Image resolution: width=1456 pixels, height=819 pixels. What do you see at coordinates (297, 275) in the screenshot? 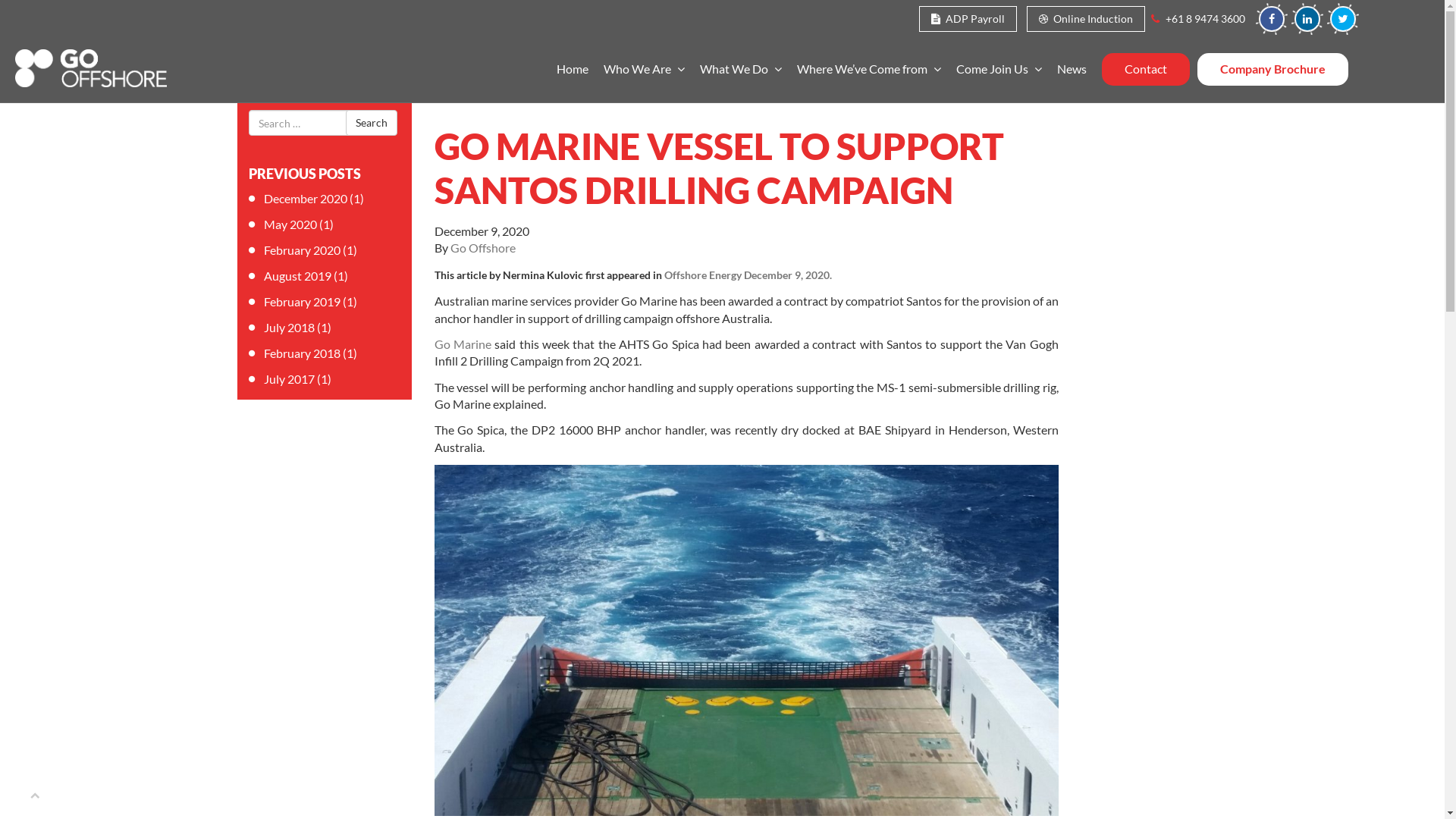
I see `'August 2019'` at bounding box center [297, 275].